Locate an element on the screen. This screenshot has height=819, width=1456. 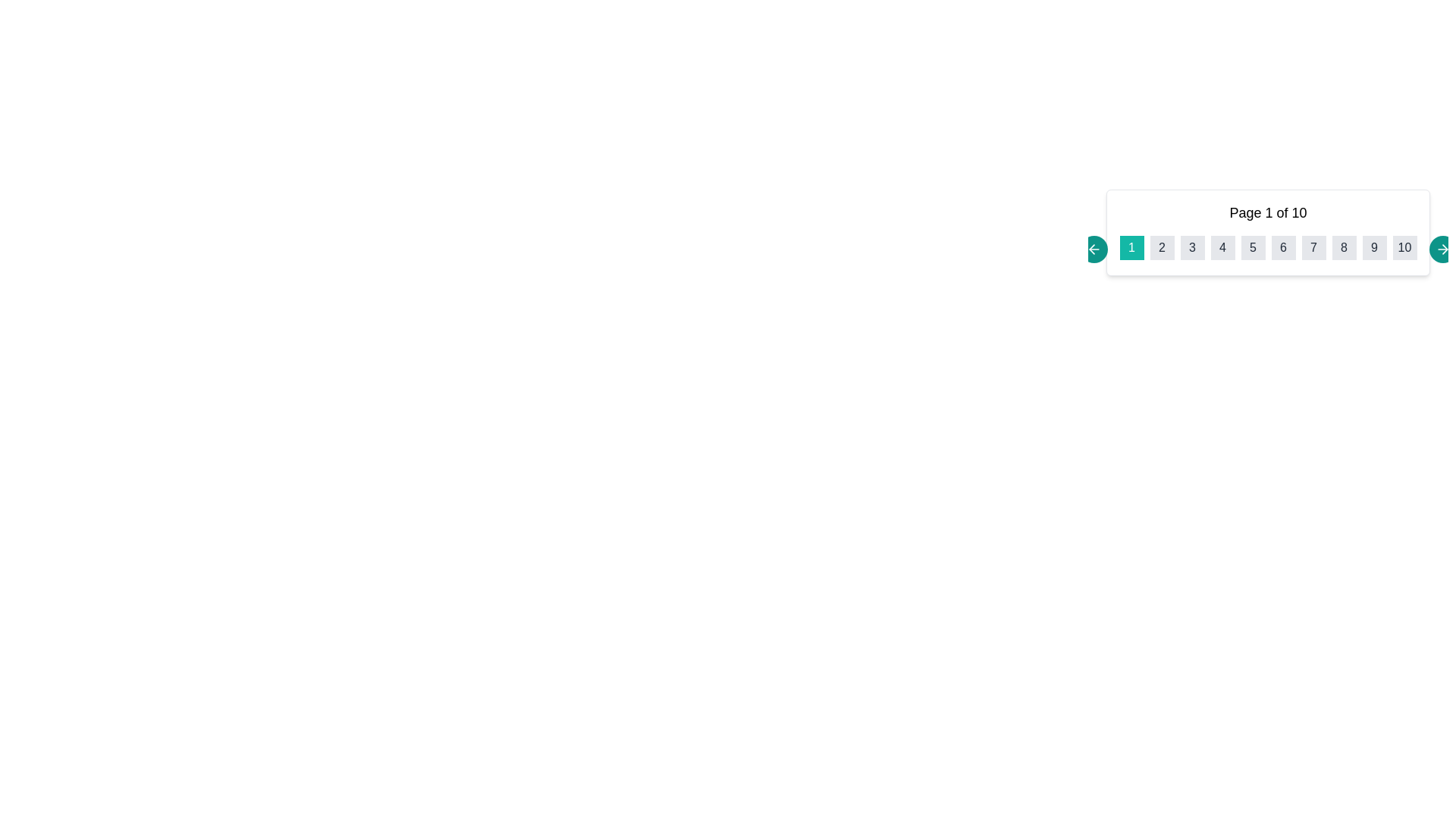
the square-shaped button with a light gray background and dark text displaying the number '9' is located at coordinates (1374, 247).